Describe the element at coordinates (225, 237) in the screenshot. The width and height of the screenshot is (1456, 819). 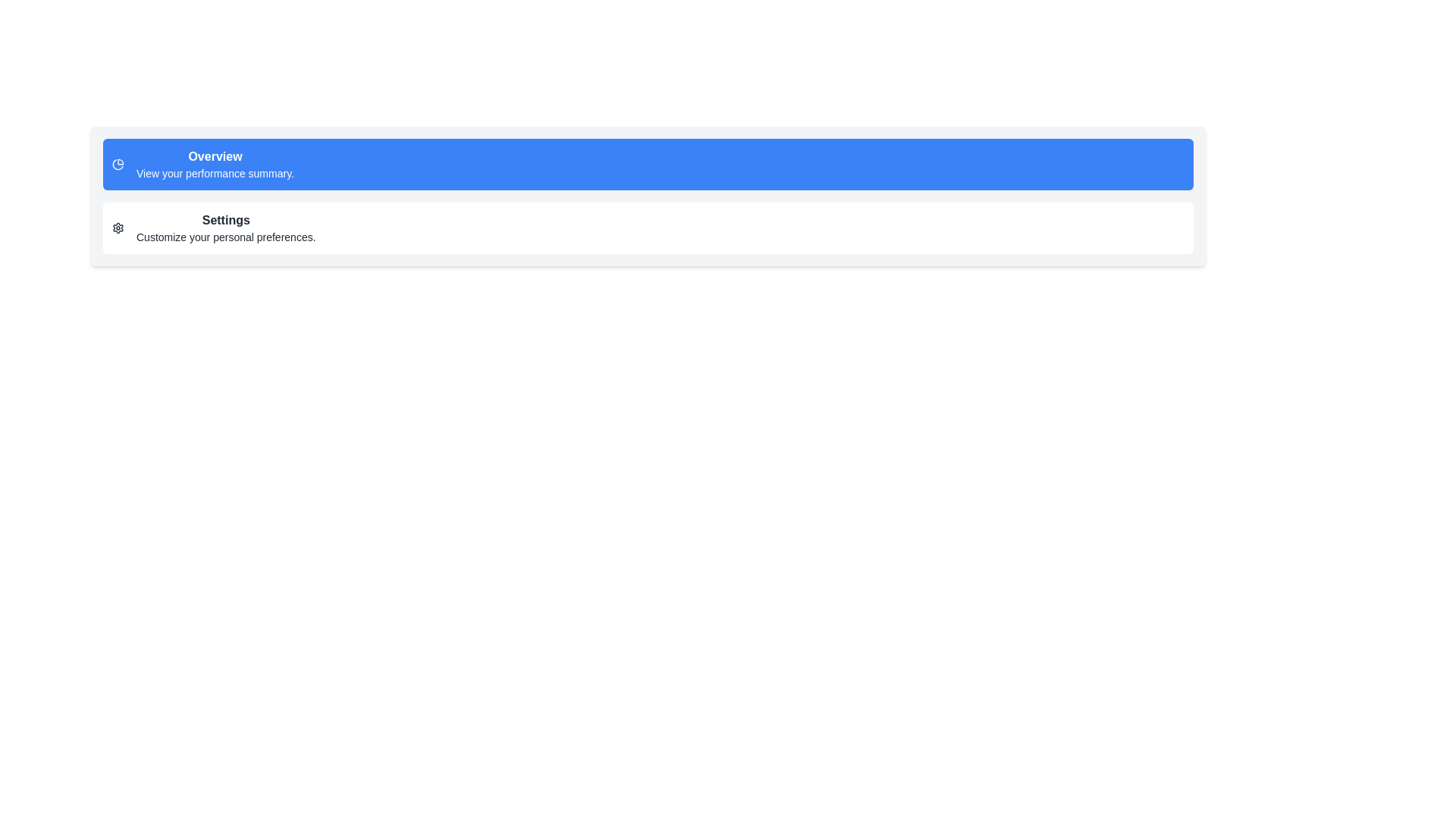
I see `the text label displaying 'Customize your personal preferences.' located directly under the 'Settings' heading` at that location.